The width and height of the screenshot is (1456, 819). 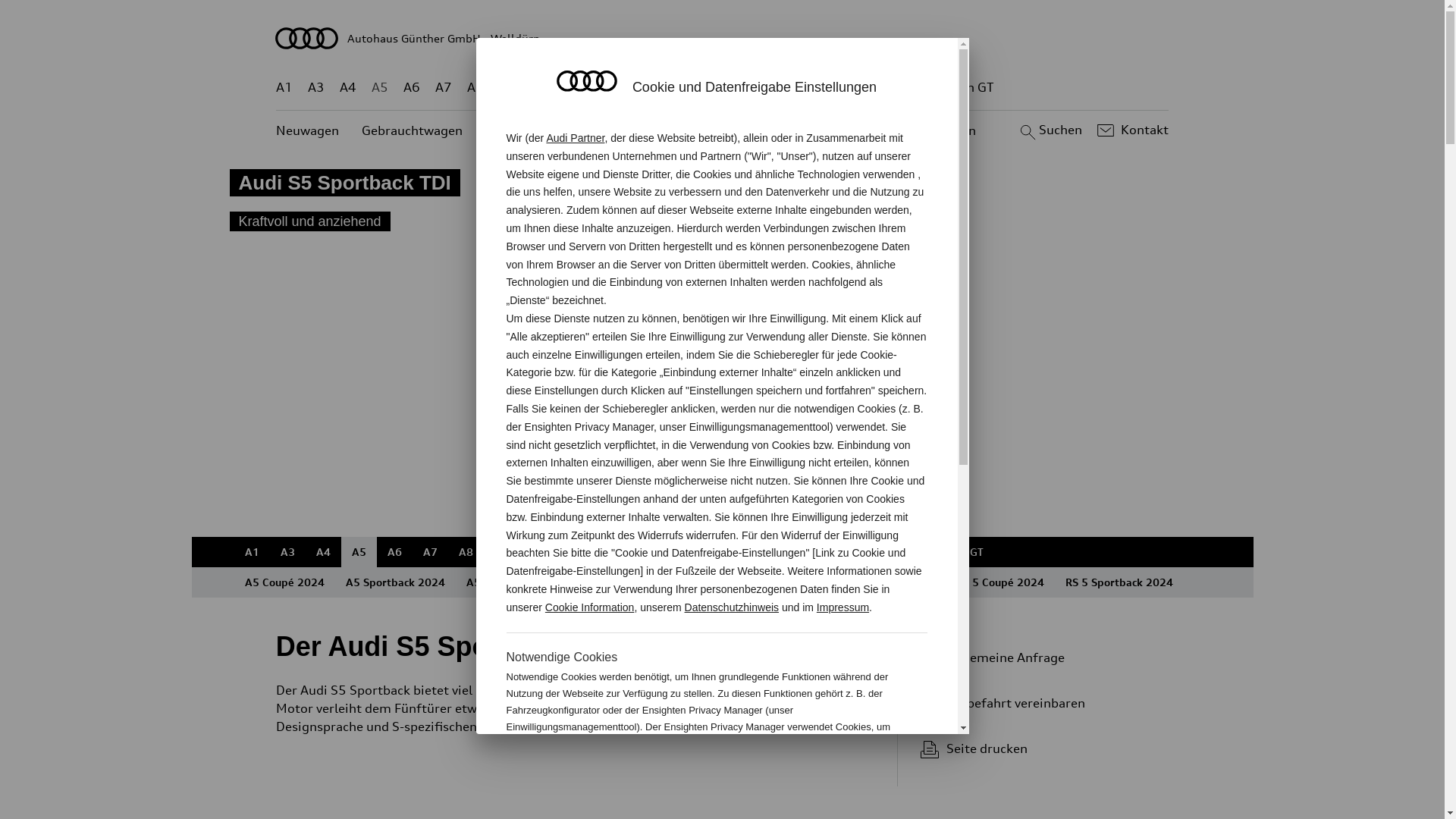 What do you see at coordinates (347, 87) in the screenshot?
I see `'A4'` at bounding box center [347, 87].